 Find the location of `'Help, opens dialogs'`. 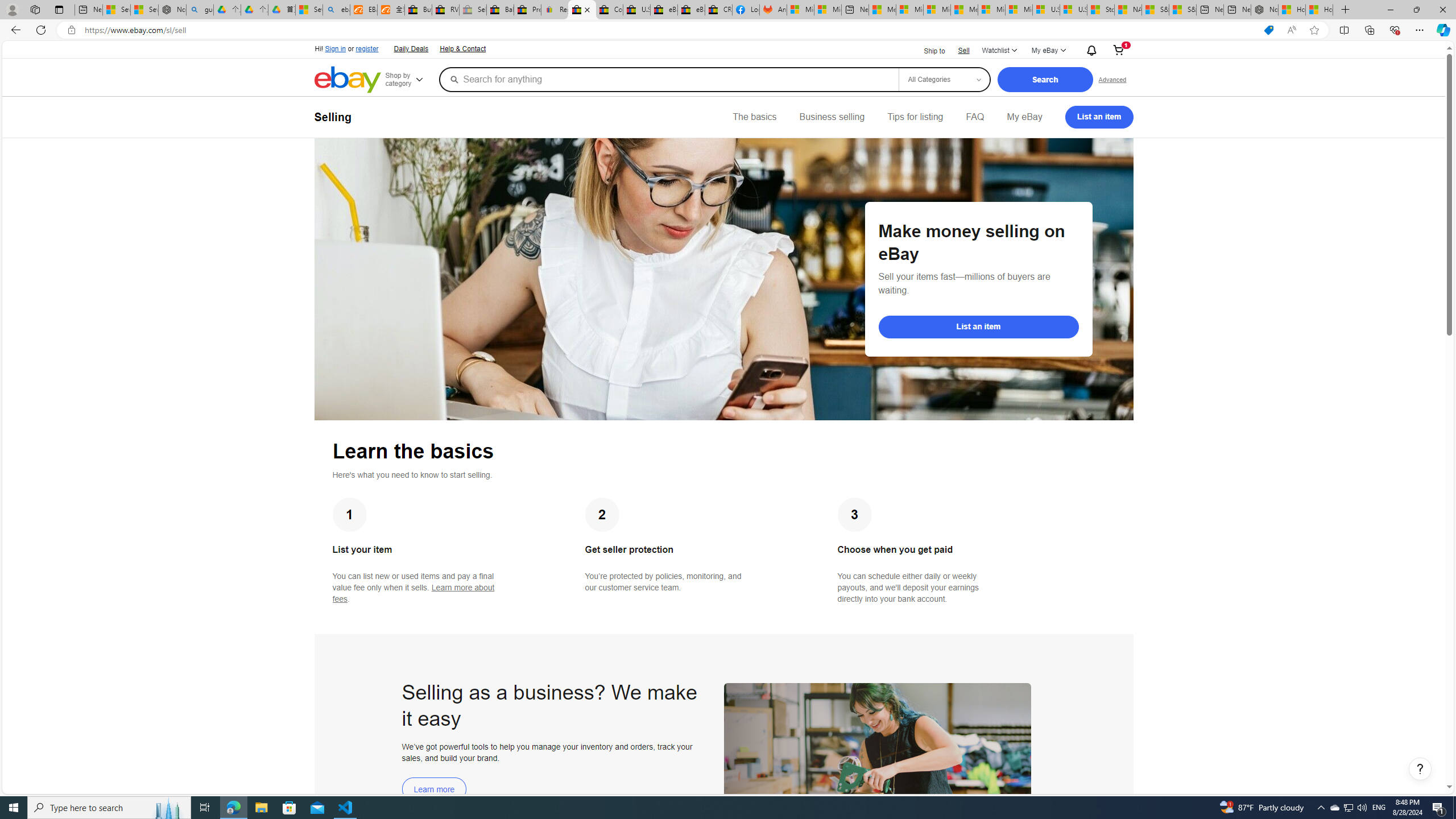

'Help, opens dialogs' is located at coordinates (1420, 768).